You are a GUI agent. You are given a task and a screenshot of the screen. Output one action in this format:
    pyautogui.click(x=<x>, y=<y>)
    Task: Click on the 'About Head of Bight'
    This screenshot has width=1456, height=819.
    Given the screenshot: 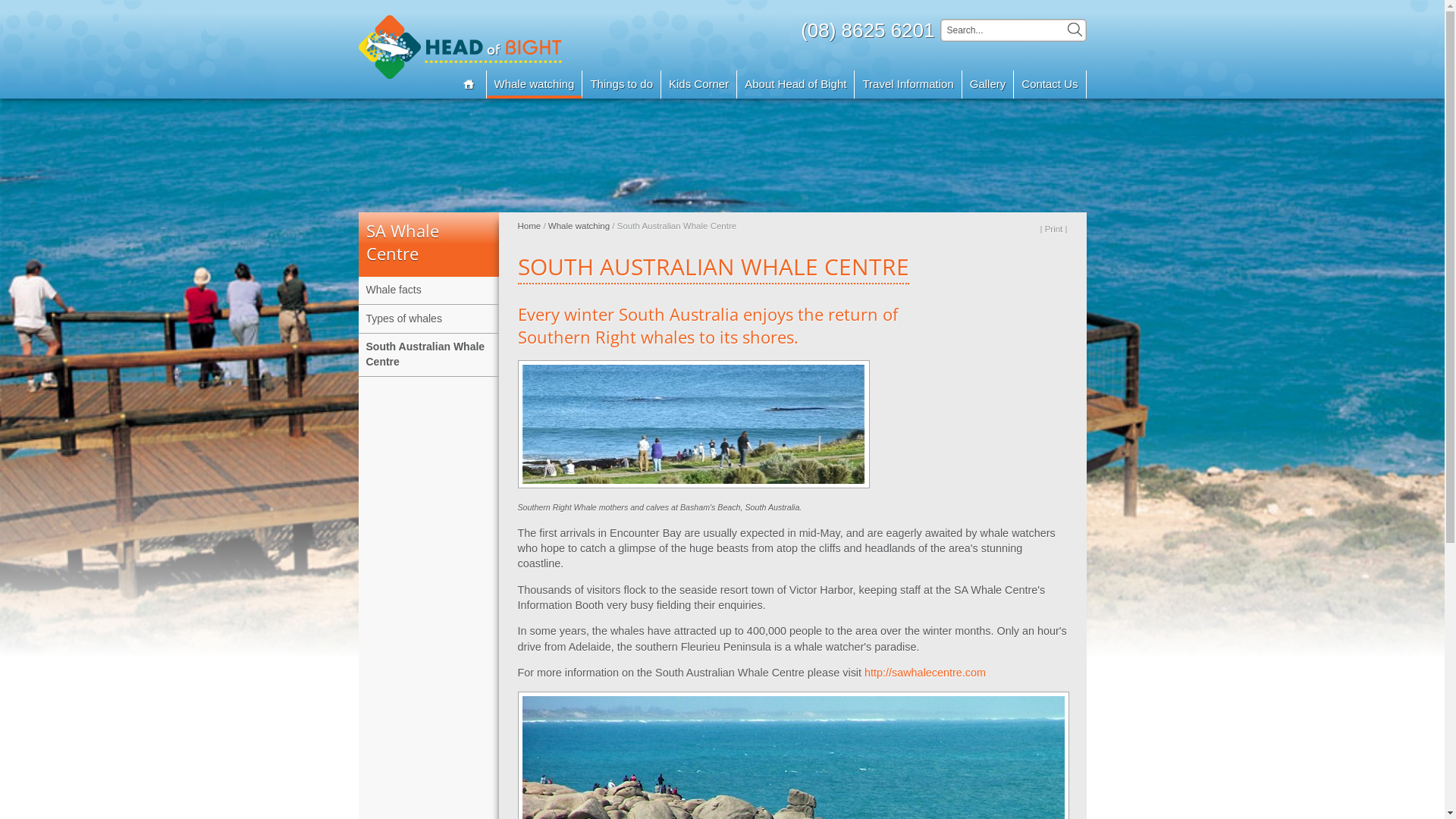 What is the action you would take?
    pyautogui.click(x=795, y=84)
    